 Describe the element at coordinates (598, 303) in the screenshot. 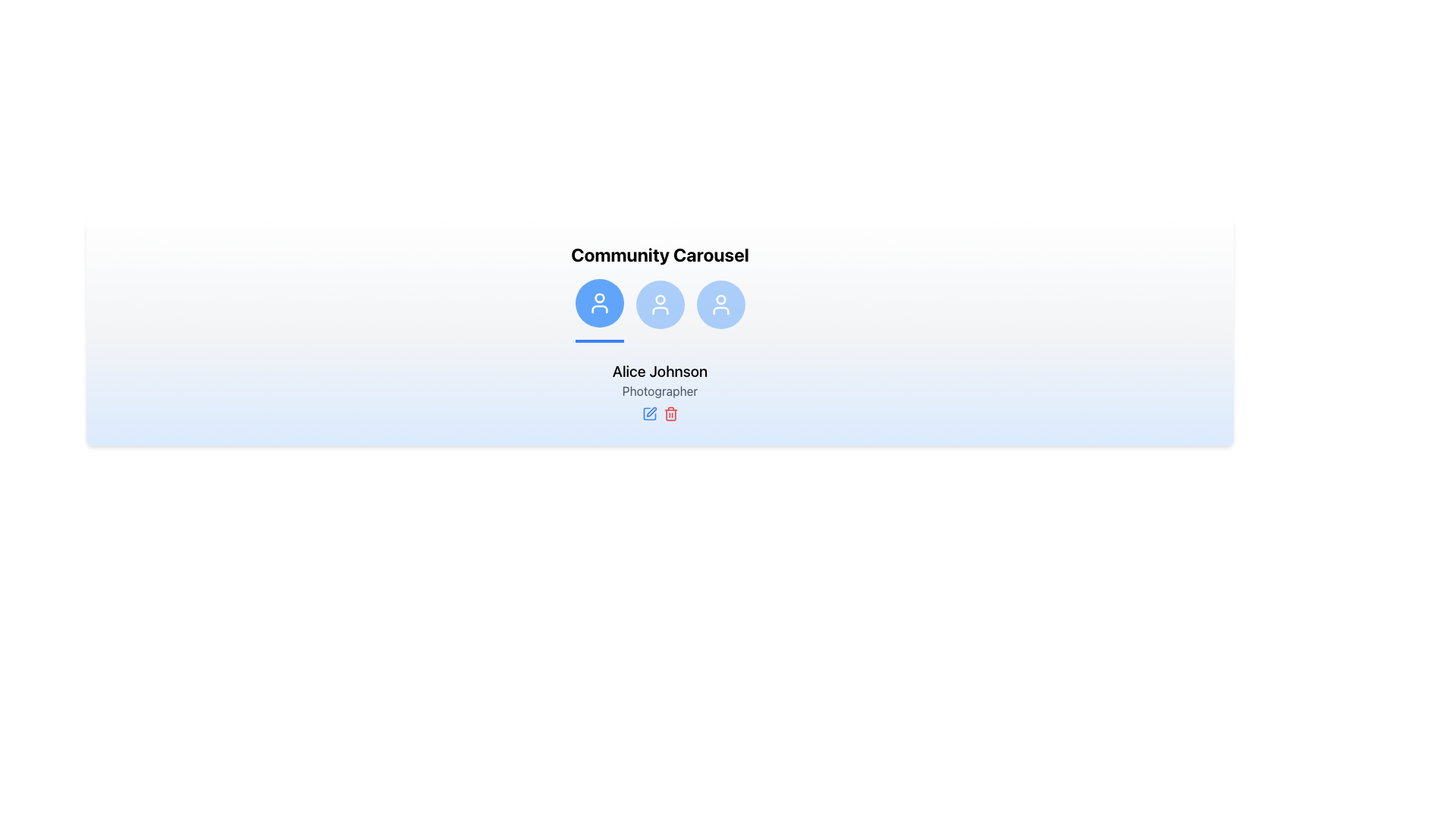

I see `the user profile icon, which is the first blue circular icon from the left` at that location.